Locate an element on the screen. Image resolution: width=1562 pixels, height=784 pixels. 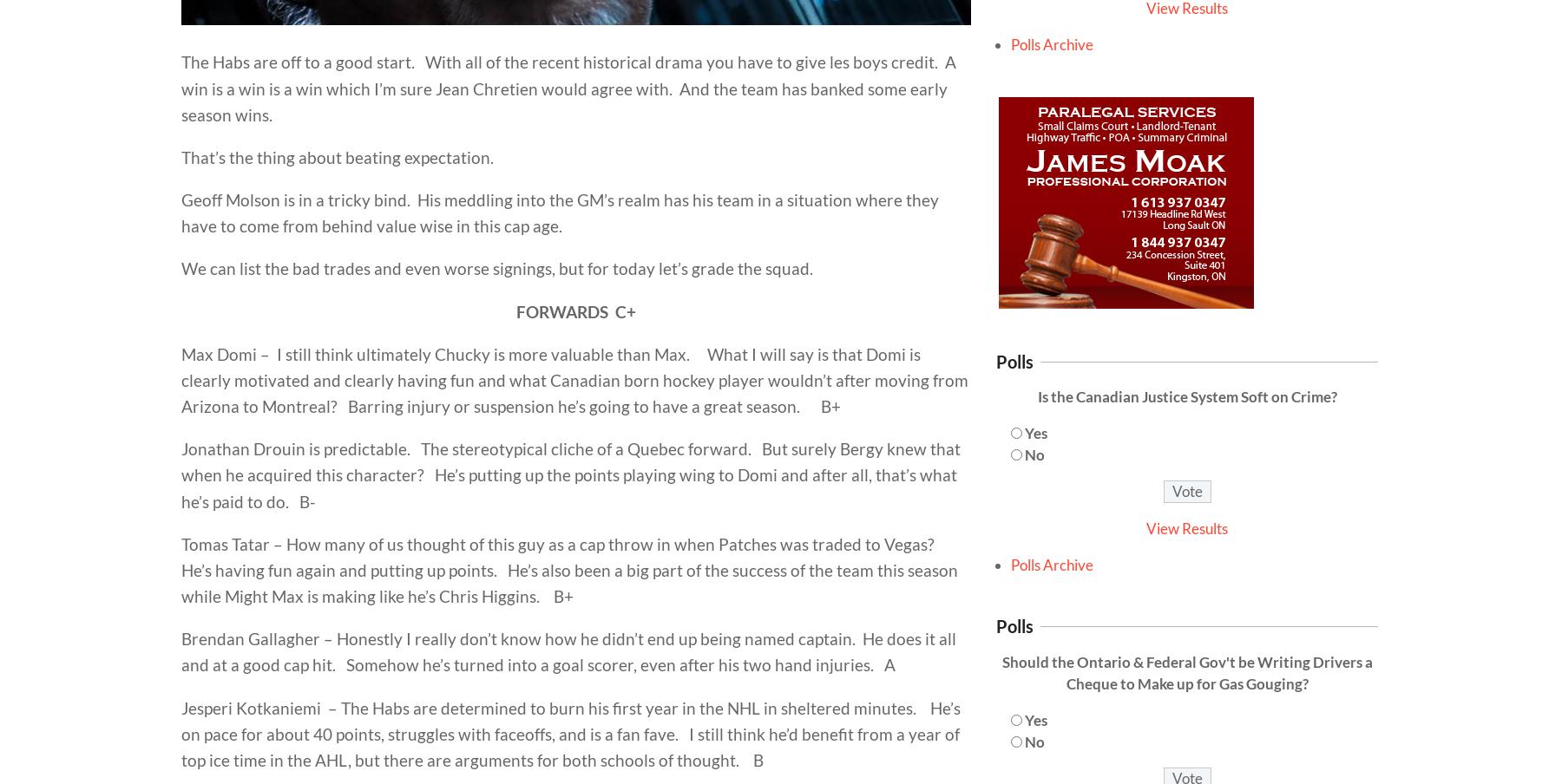
'That’s the thing about beating expectation.' is located at coordinates (337, 156).